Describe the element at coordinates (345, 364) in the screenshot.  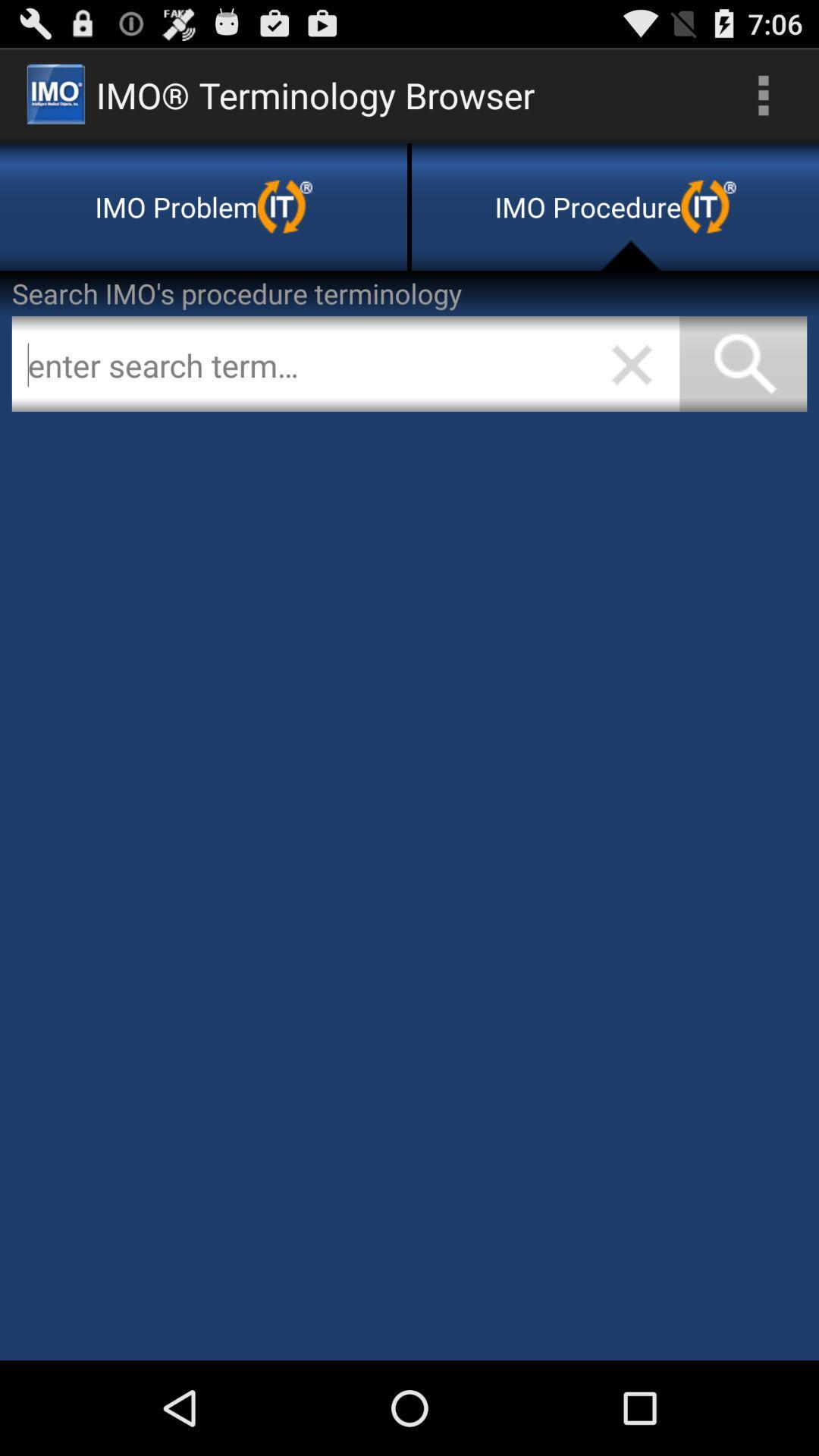
I see `type search term` at that location.